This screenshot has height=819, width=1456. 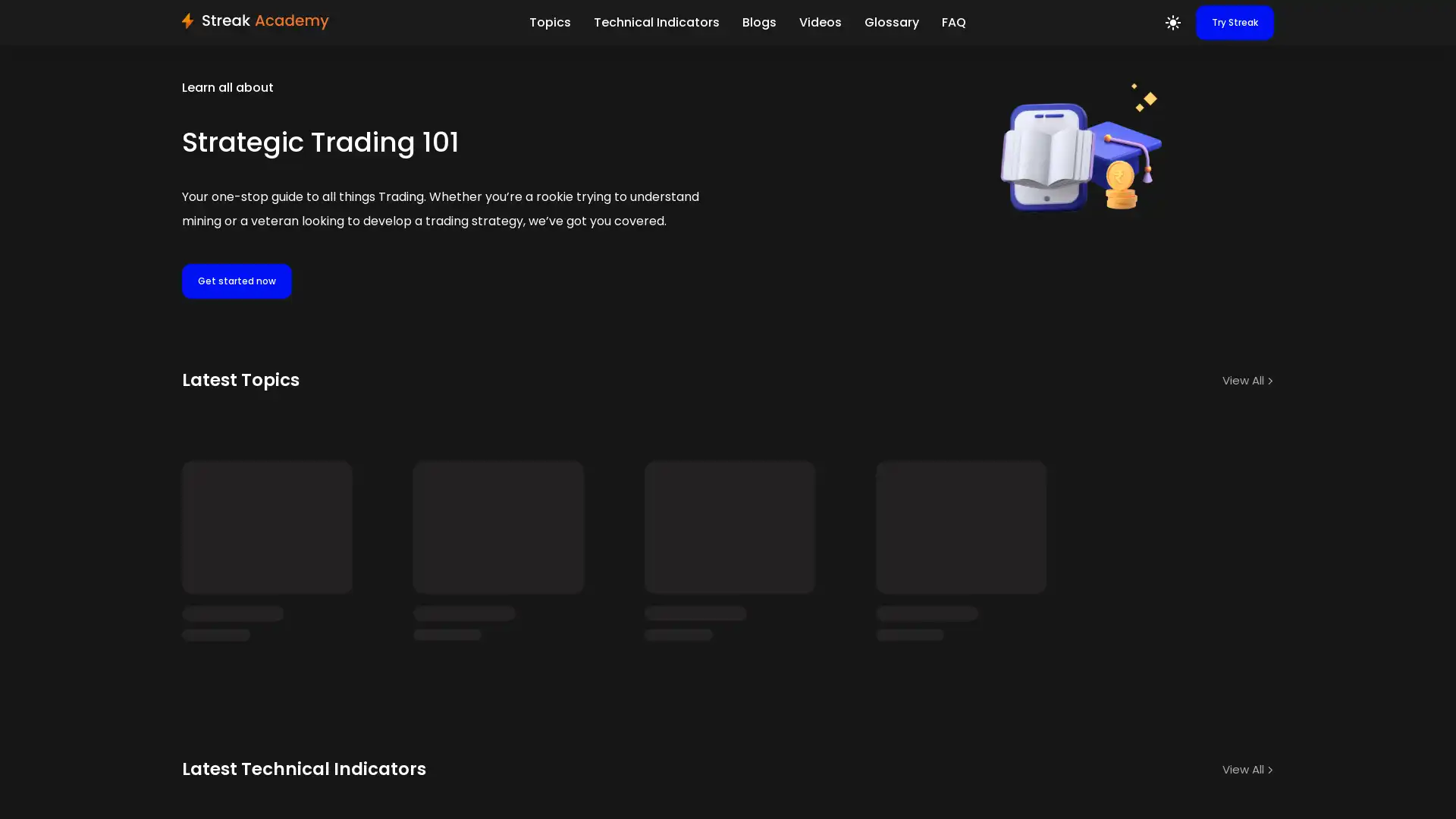 I want to click on Blogs, so click(x=758, y=23).